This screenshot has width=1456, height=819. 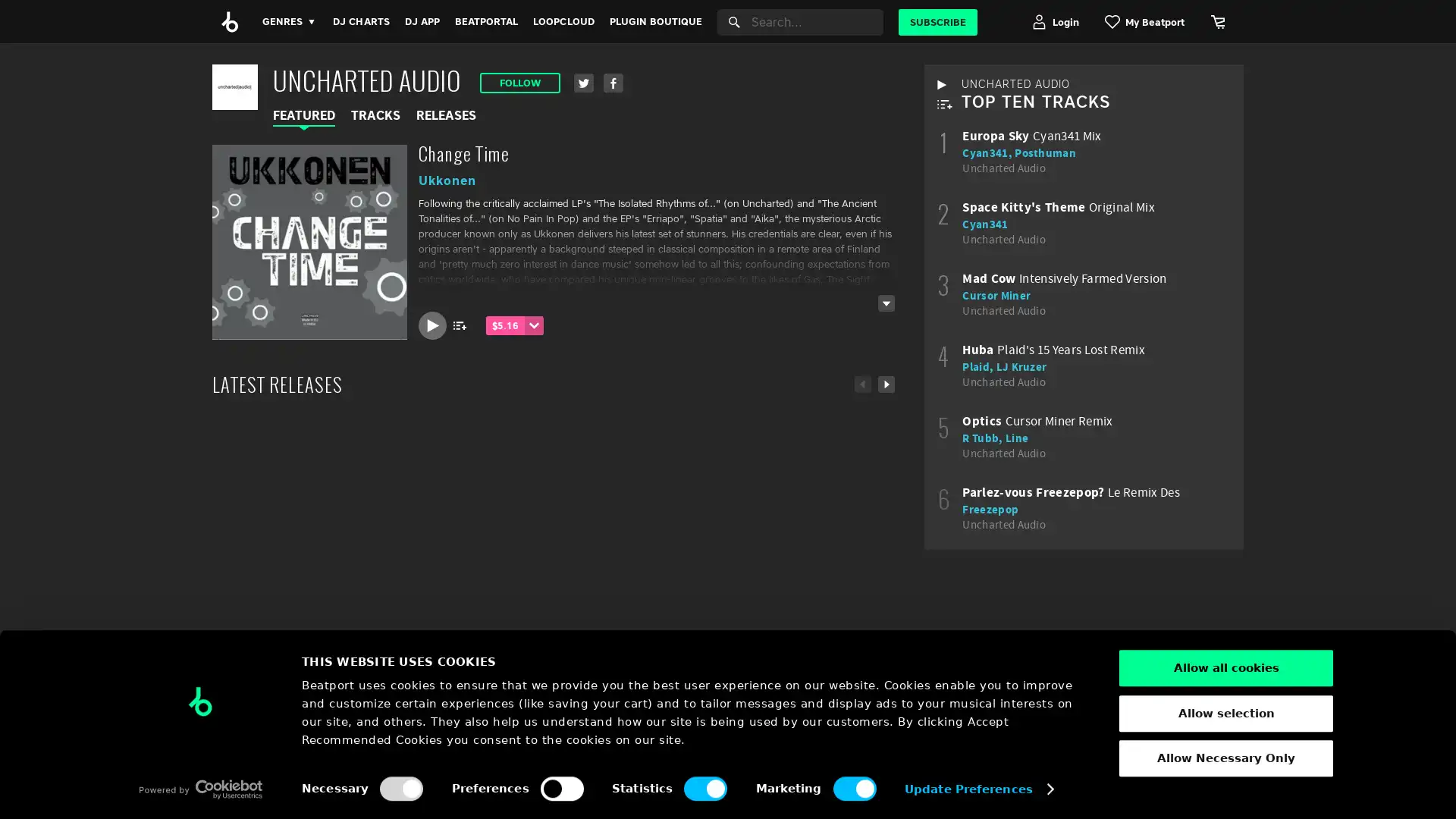 I want to click on Allow selection, so click(x=1226, y=713).